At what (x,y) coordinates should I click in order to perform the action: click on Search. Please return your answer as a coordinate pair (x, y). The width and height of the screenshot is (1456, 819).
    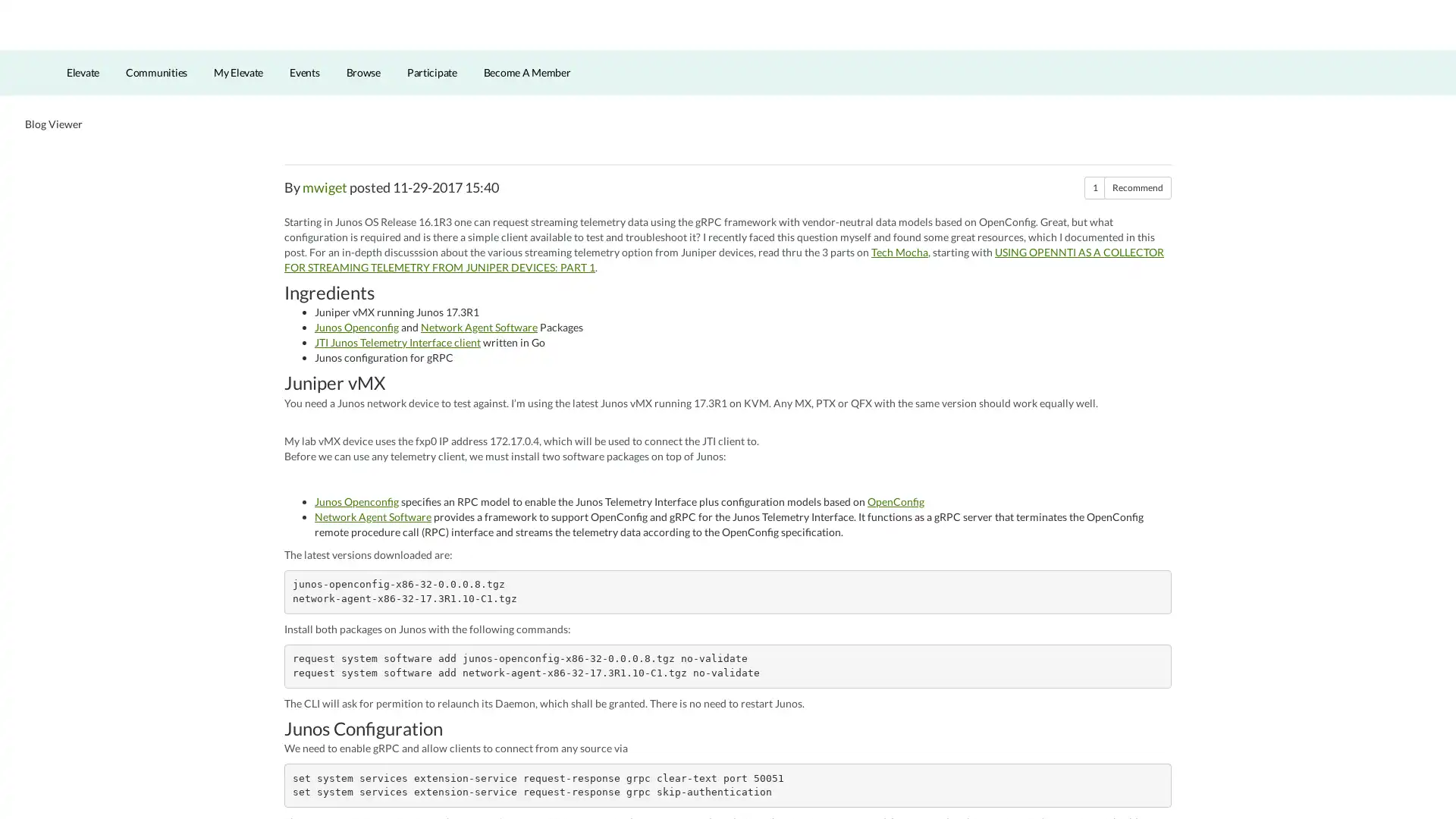
    Looking at the image, I should click on (1353, 49).